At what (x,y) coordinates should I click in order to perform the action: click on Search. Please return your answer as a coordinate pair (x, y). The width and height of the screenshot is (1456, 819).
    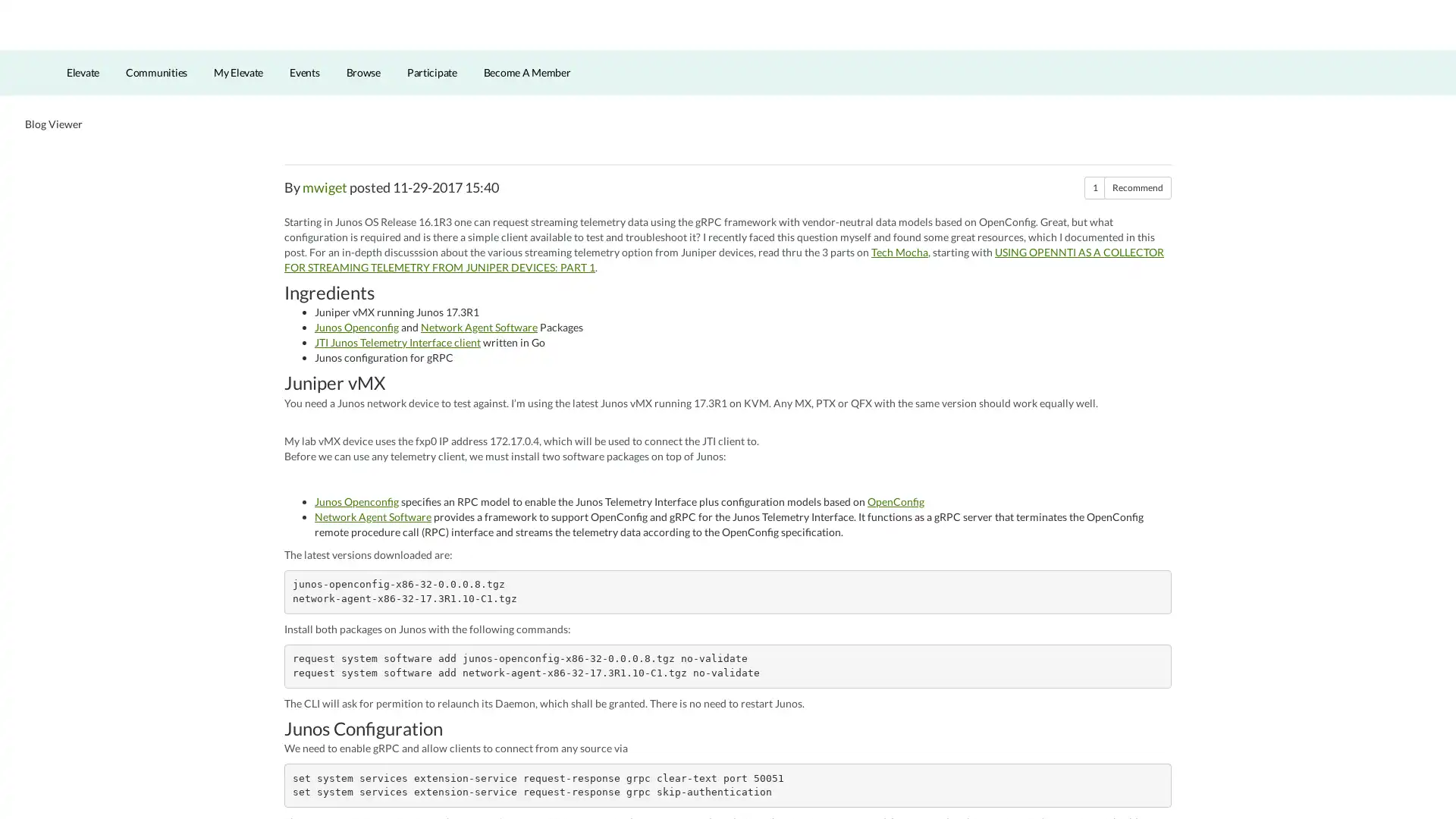
    Looking at the image, I should click on (1353, 49).